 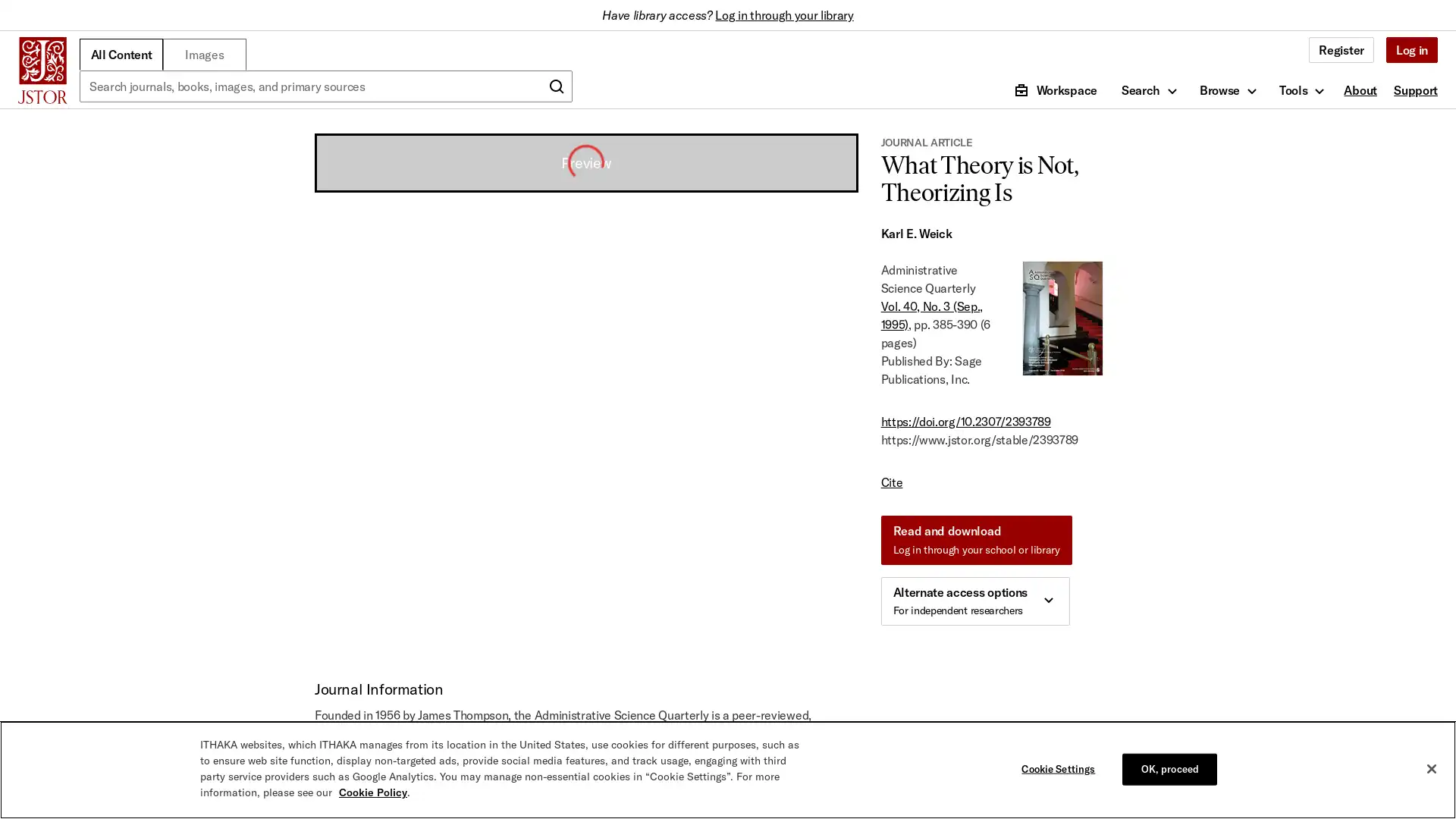 What do you see at coordinates (556, 86) in the screenshot?
I see `Submit search` at bounding box center [556, 86].